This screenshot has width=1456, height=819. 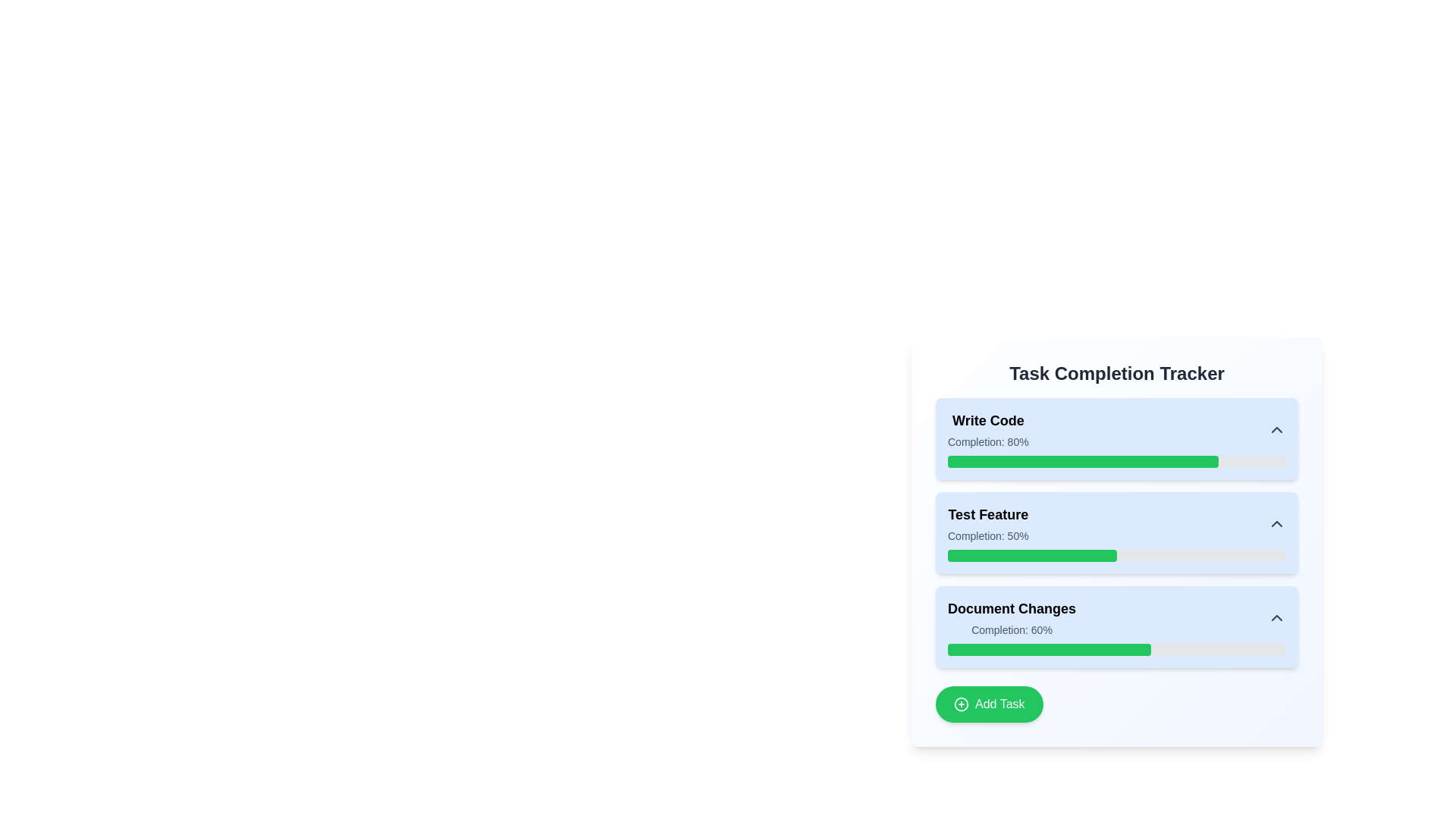 What do you see at coordinates (1031, 555) in the screenshot?
I see `the filled section of the progress bar representing 50% completion for the task labeled 'Test Feature' in the 'Task Completion Tracker'` at bounding box center [1031, 555].